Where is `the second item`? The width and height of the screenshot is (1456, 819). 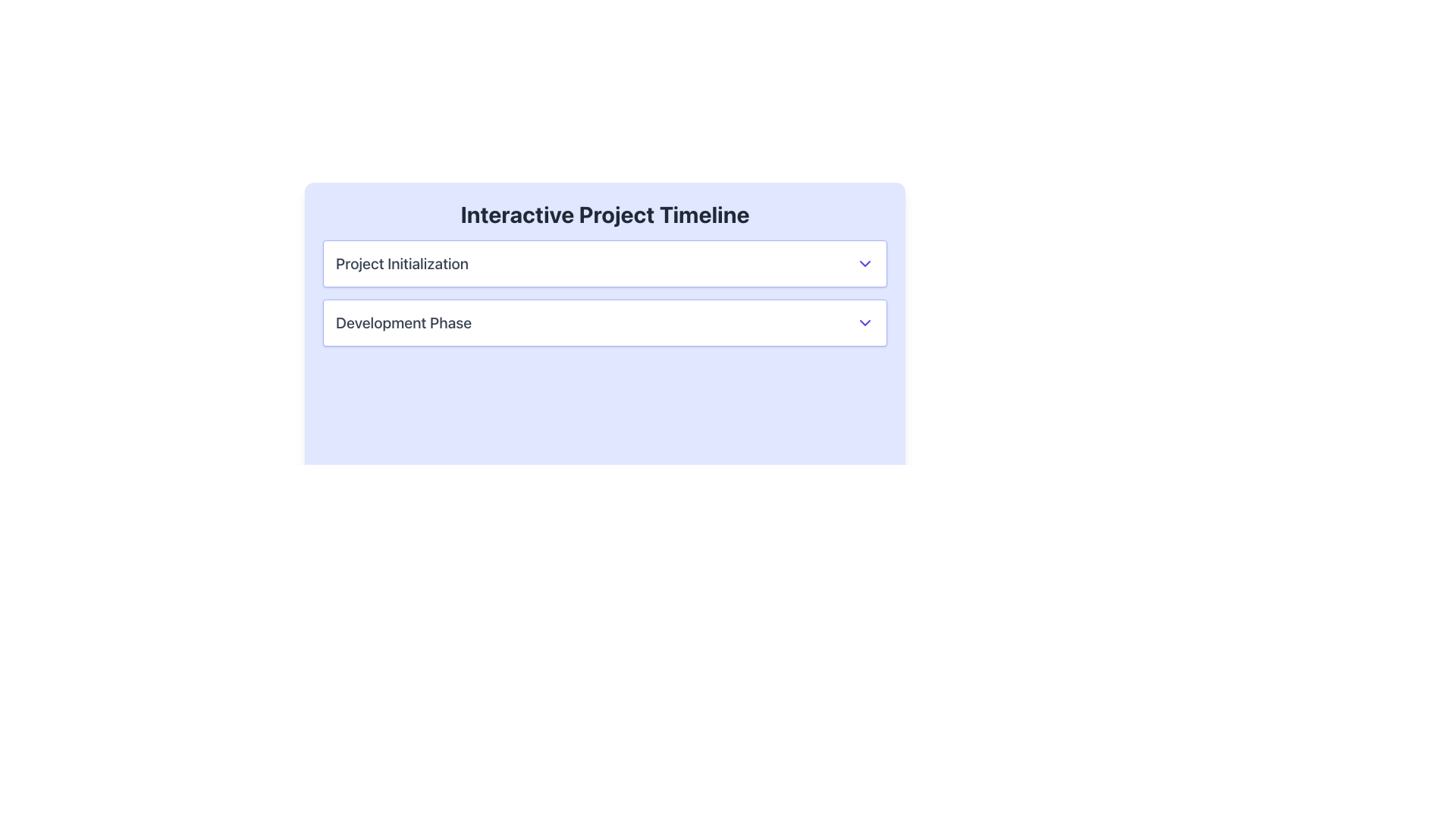
the second item is located at coordinates (604, 314).